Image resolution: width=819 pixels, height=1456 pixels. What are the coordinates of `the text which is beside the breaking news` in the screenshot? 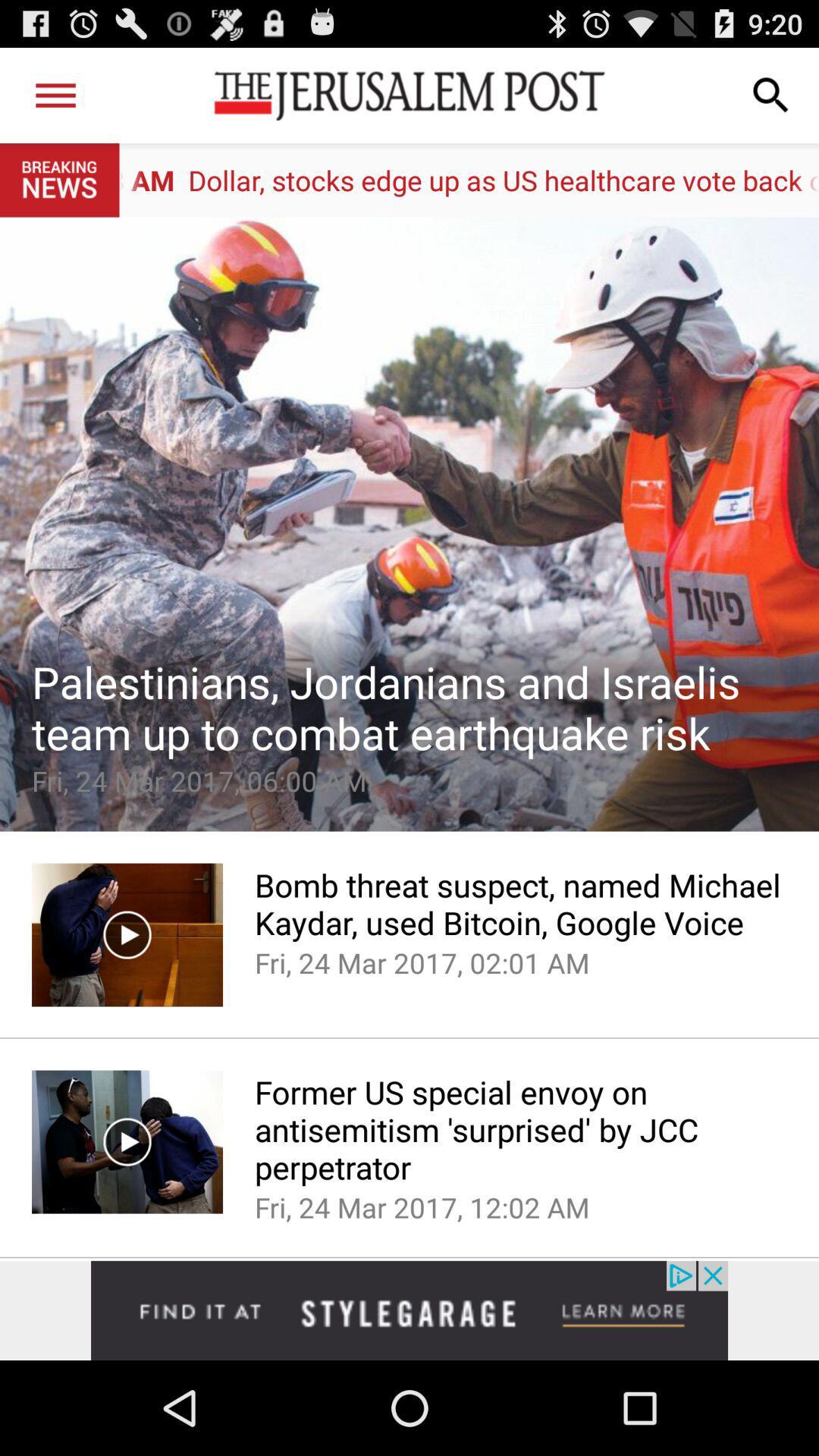 It's located at (468, 180).